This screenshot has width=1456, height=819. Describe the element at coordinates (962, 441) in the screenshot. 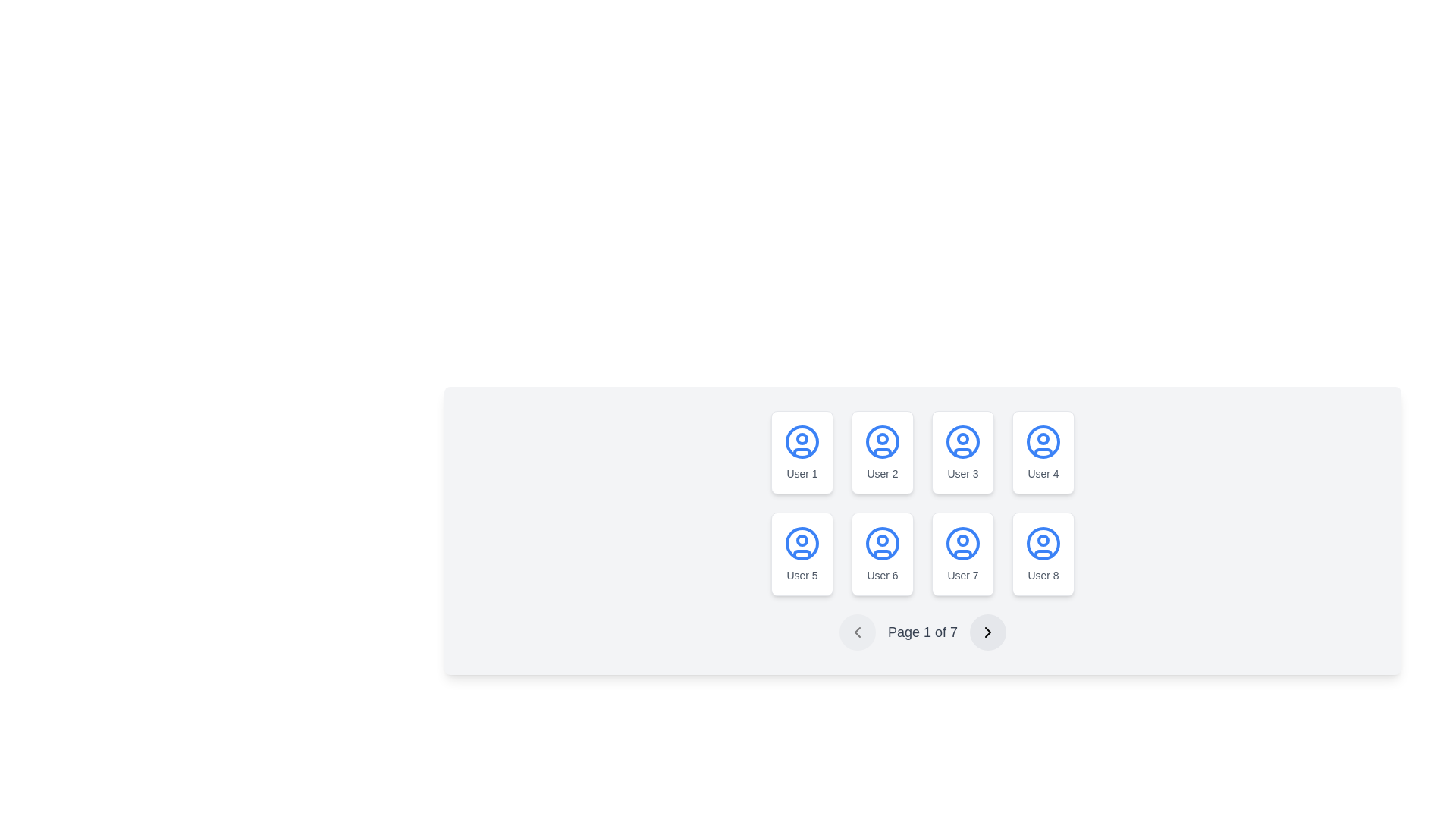

I see `the outermost circular element styled with a single-colored outline in the user icon representing 'User 3' on the third user card` at that location.